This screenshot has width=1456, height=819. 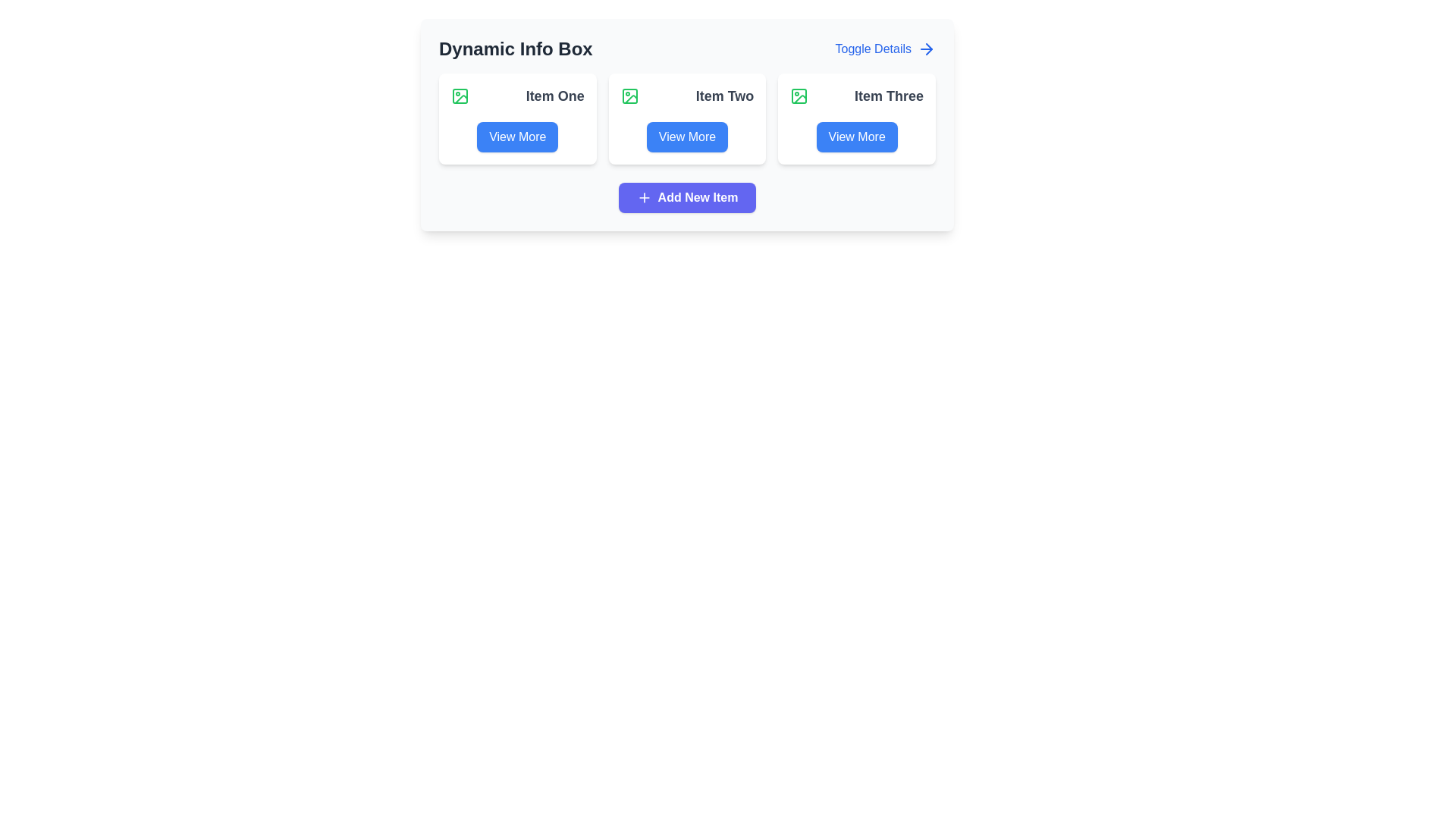 I want to click on the button located at the bottom of the 'Dynamic Info Box' component, centered beneath the grid layout containing 'Item One', 'Item Two', and 'Item Three', so click(x=686, y=197).